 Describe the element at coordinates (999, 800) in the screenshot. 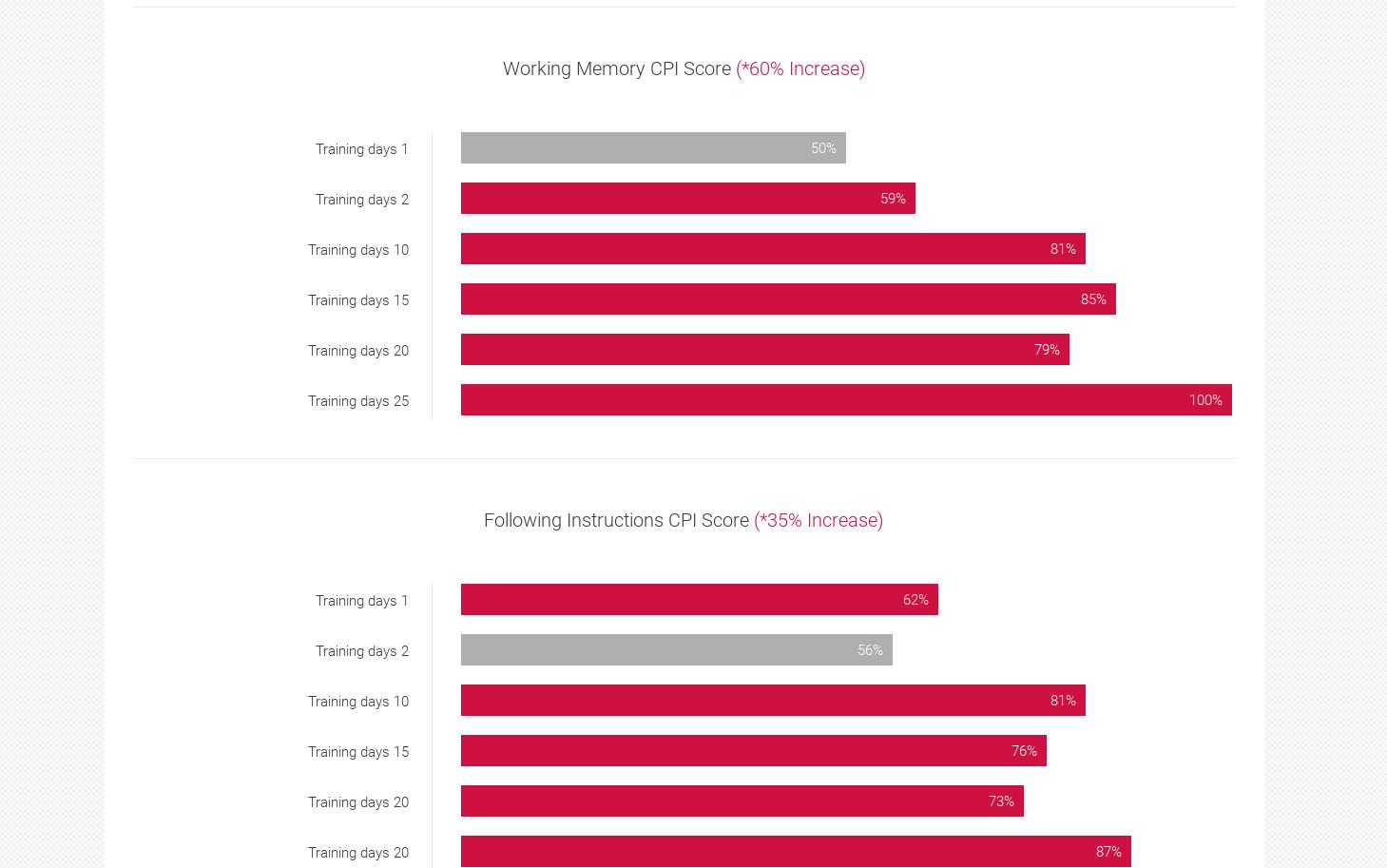

I see `'73%'` at that location.